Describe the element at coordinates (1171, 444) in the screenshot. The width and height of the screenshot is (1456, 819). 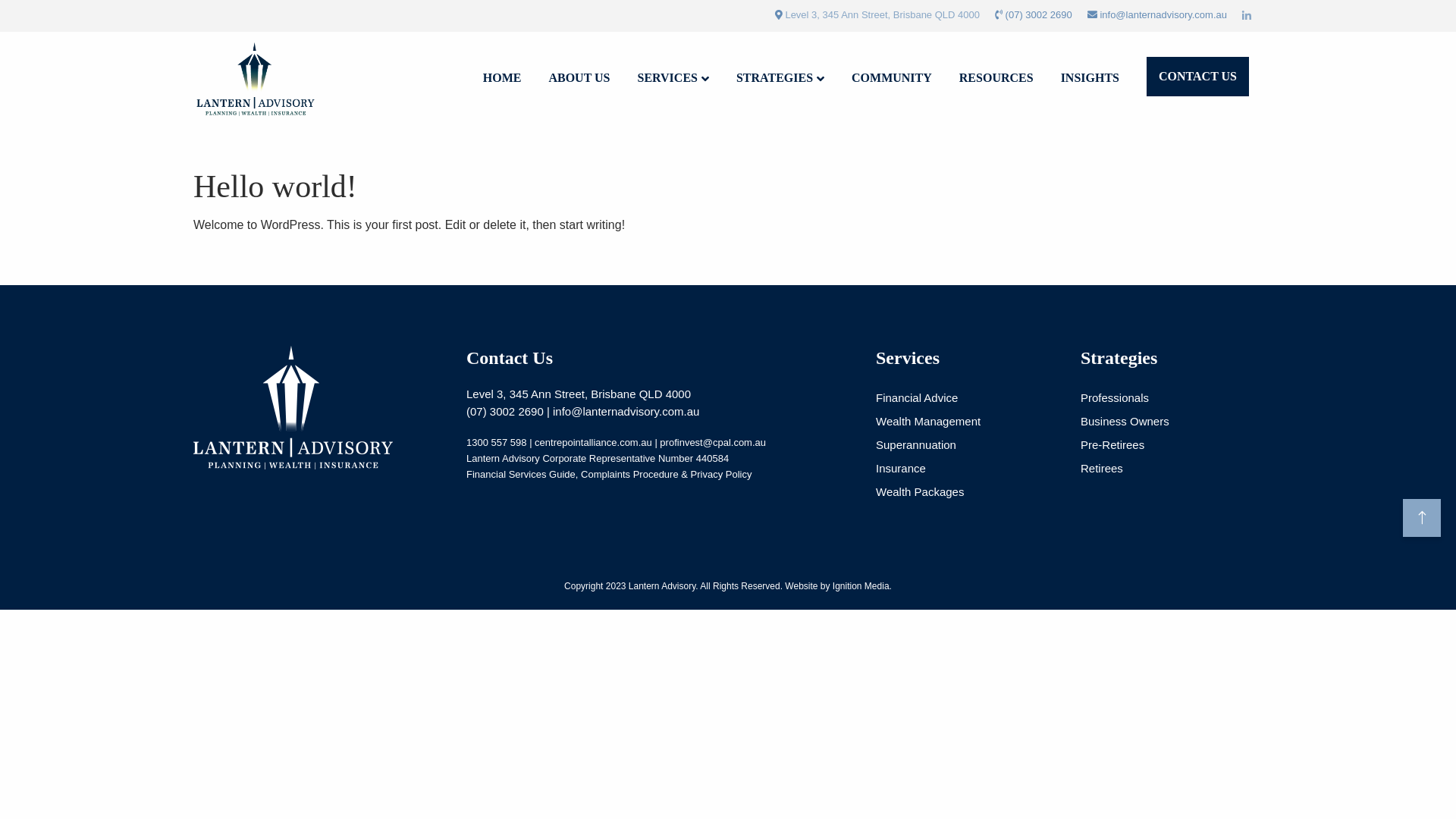
I see `'Pre-Retirees'` at that location.